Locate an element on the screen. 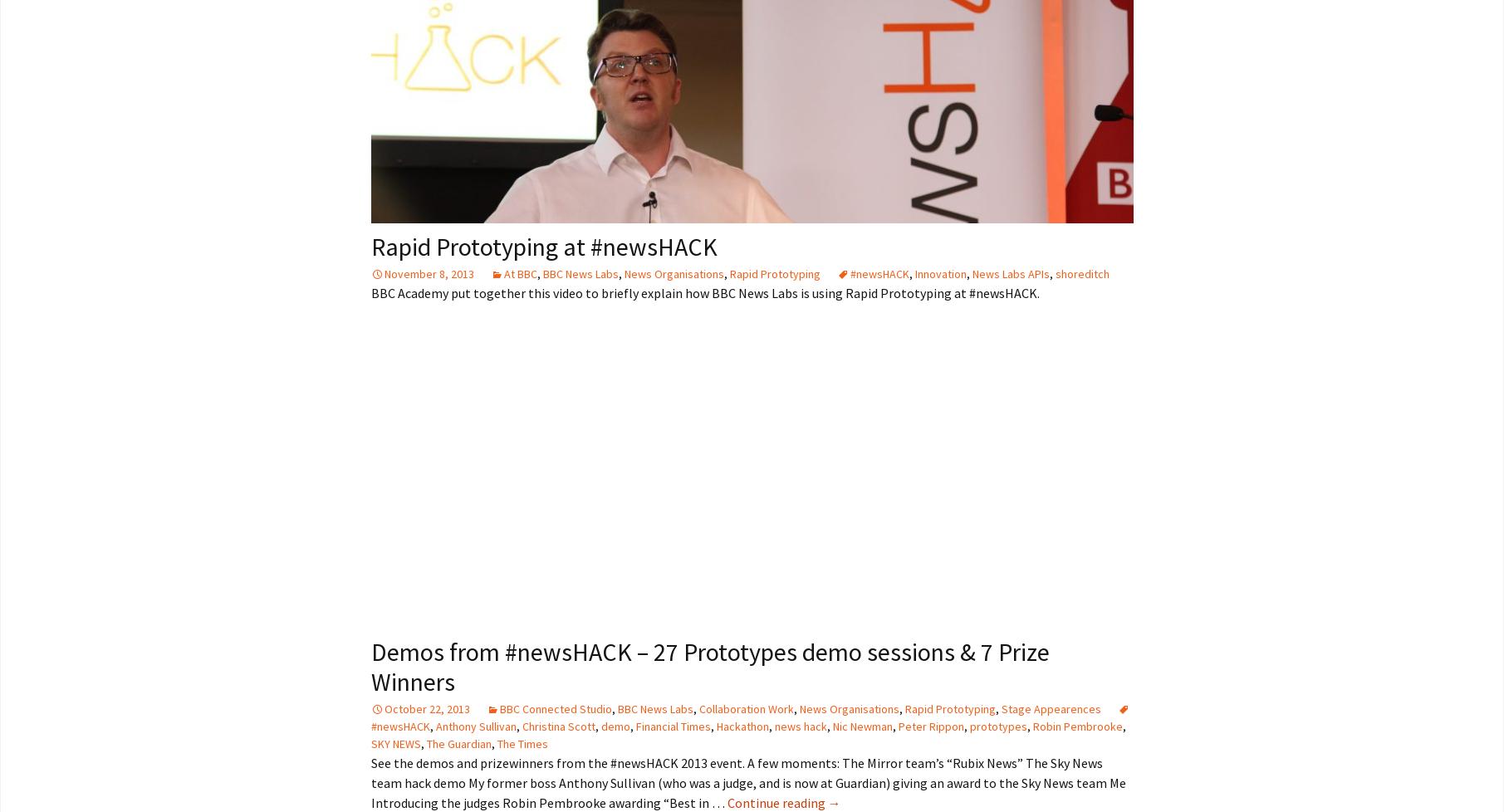 This screenshot has width=1504, height=812. 'Continue reading' is located at coordinates (776, 800).